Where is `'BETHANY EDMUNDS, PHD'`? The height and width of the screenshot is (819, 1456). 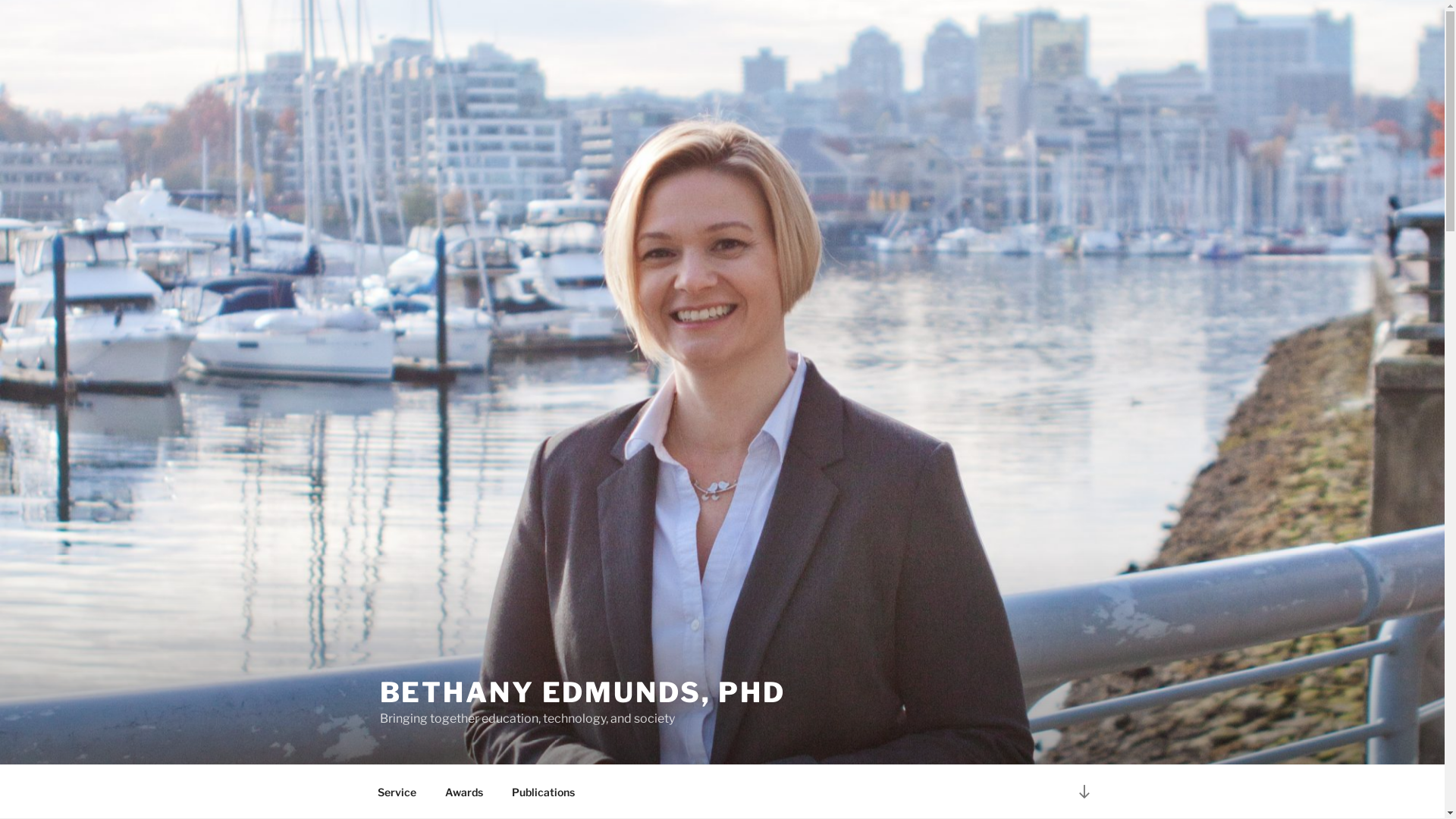
'BETHANY EDMUNDS, PHD' is located at coordinates (582, 692).